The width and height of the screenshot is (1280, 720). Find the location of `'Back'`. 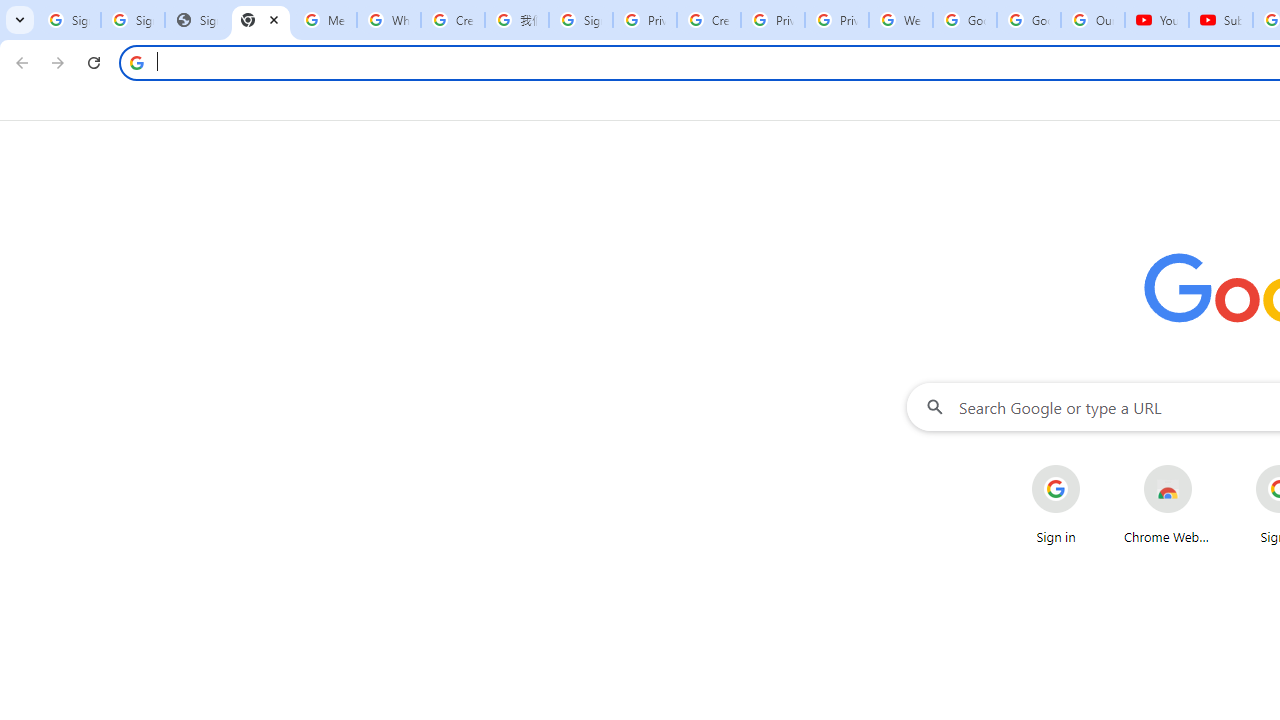

'Back' is located at coordinates (19, 61).